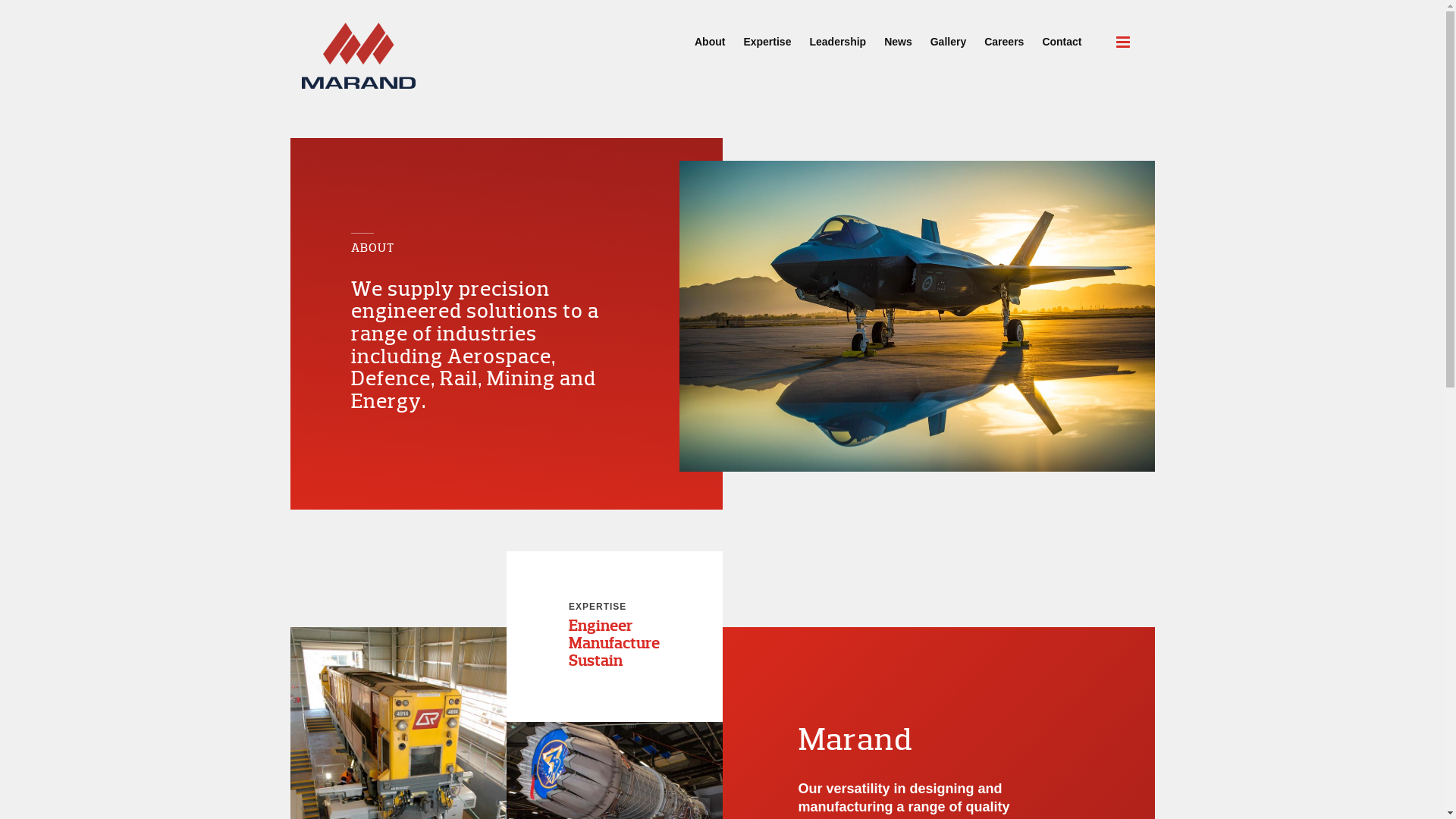 This screenshot has width=1456, height=819. I want to click on 'Leadership', so click(799, 34).